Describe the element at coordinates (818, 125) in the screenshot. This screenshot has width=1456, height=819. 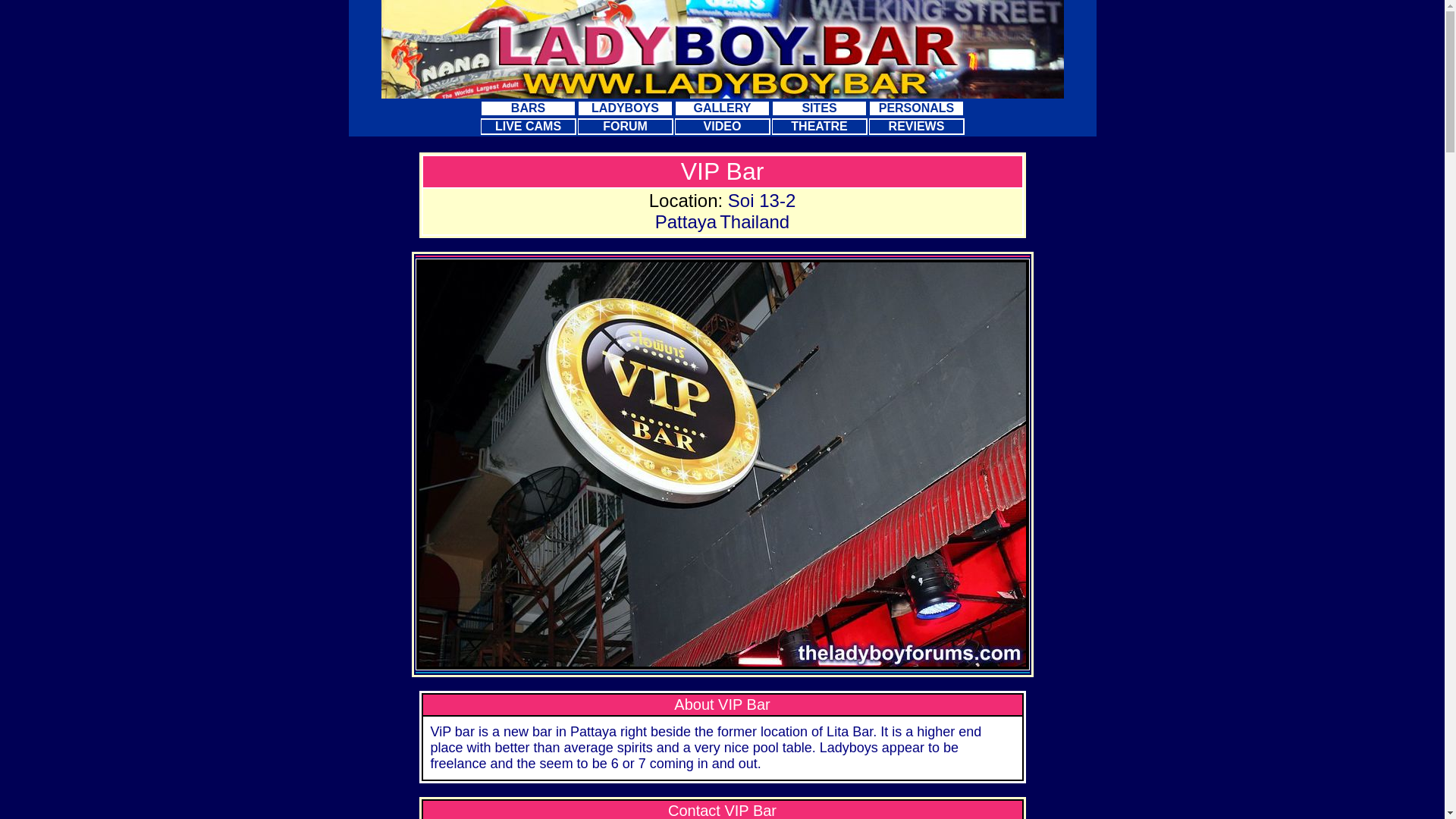
I see `'THEATRE'` at that location.